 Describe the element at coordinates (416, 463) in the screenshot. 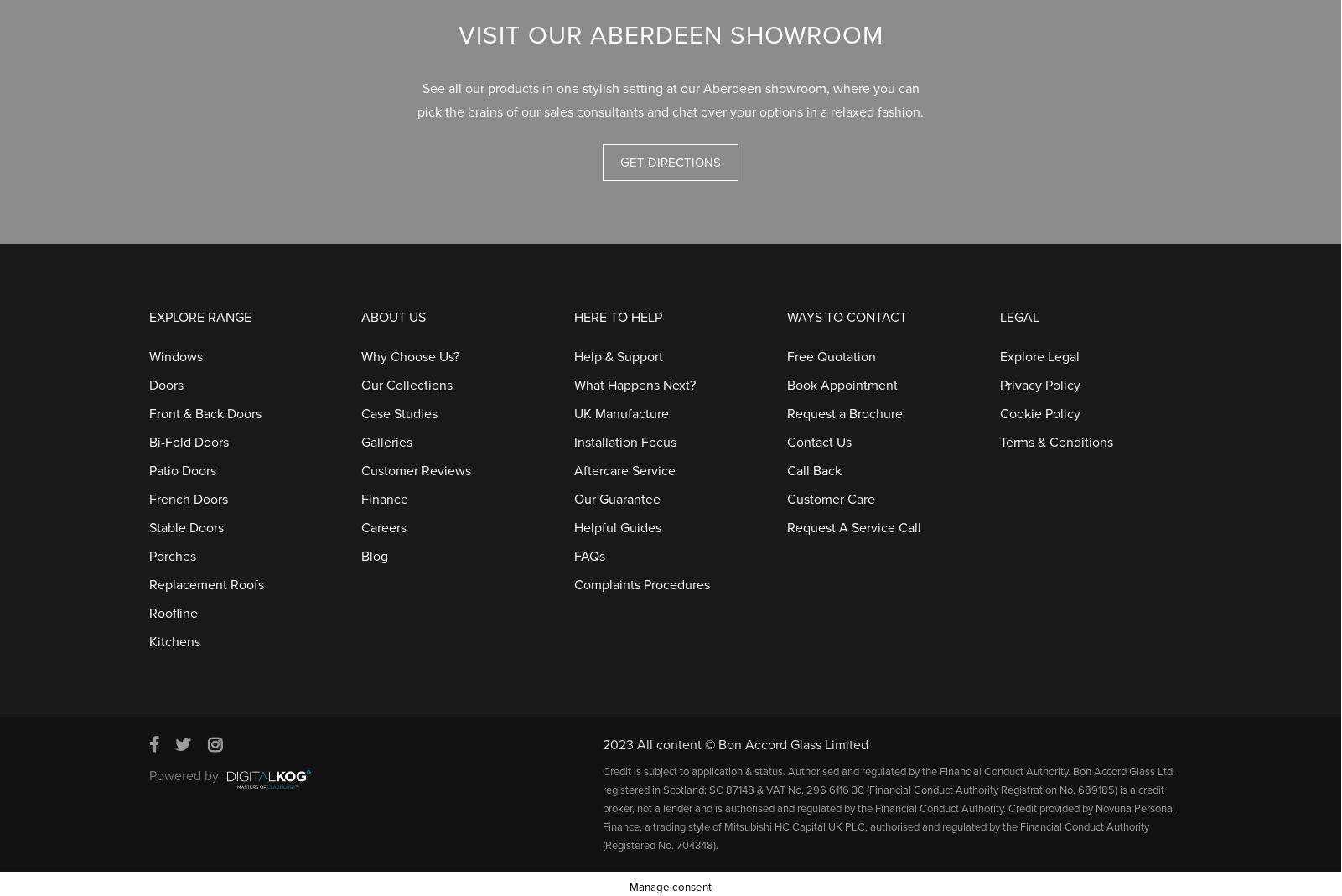

I see `'Customer Reviews'` at that location.